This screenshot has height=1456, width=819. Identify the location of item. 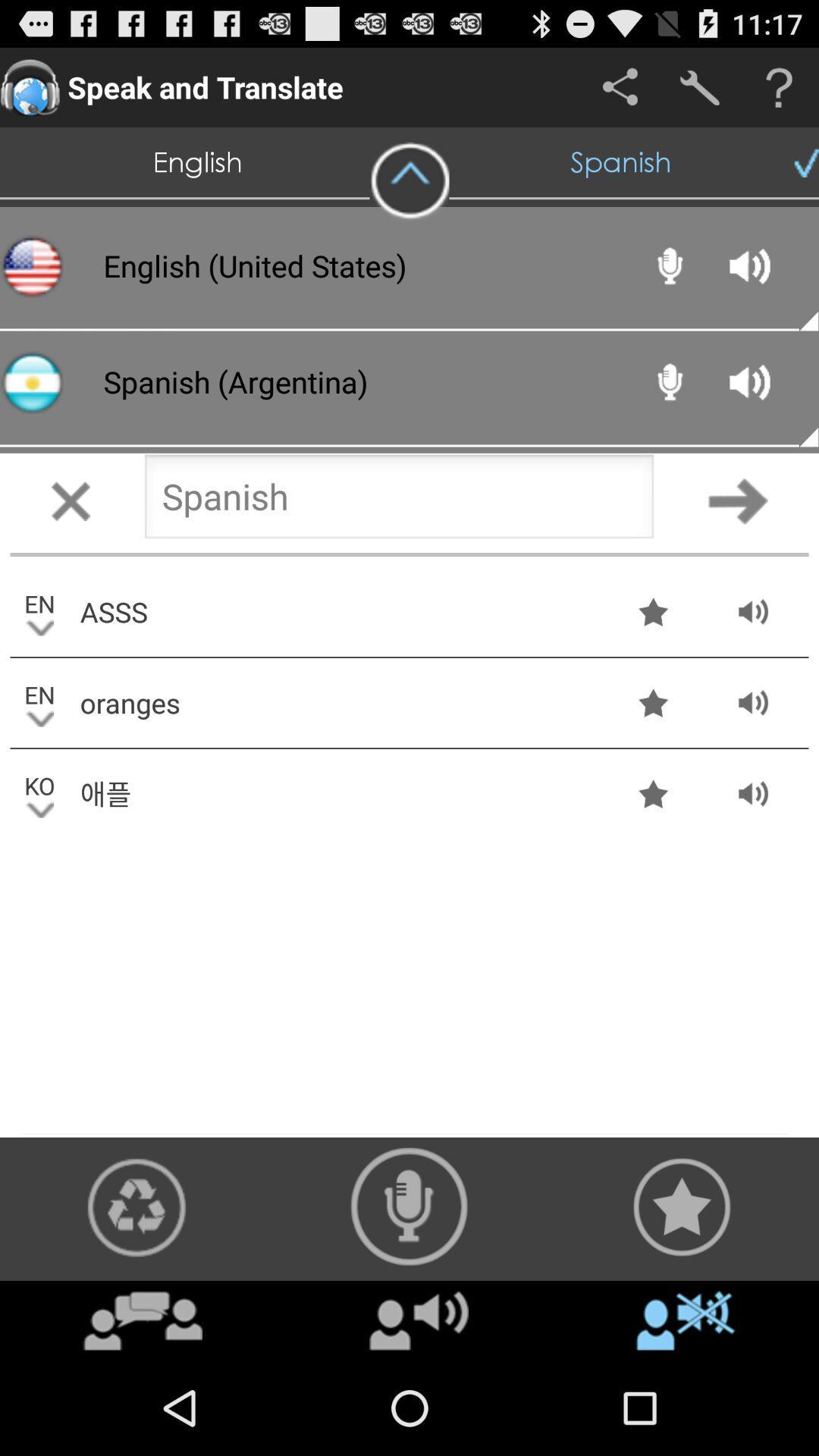
(419, 1319).